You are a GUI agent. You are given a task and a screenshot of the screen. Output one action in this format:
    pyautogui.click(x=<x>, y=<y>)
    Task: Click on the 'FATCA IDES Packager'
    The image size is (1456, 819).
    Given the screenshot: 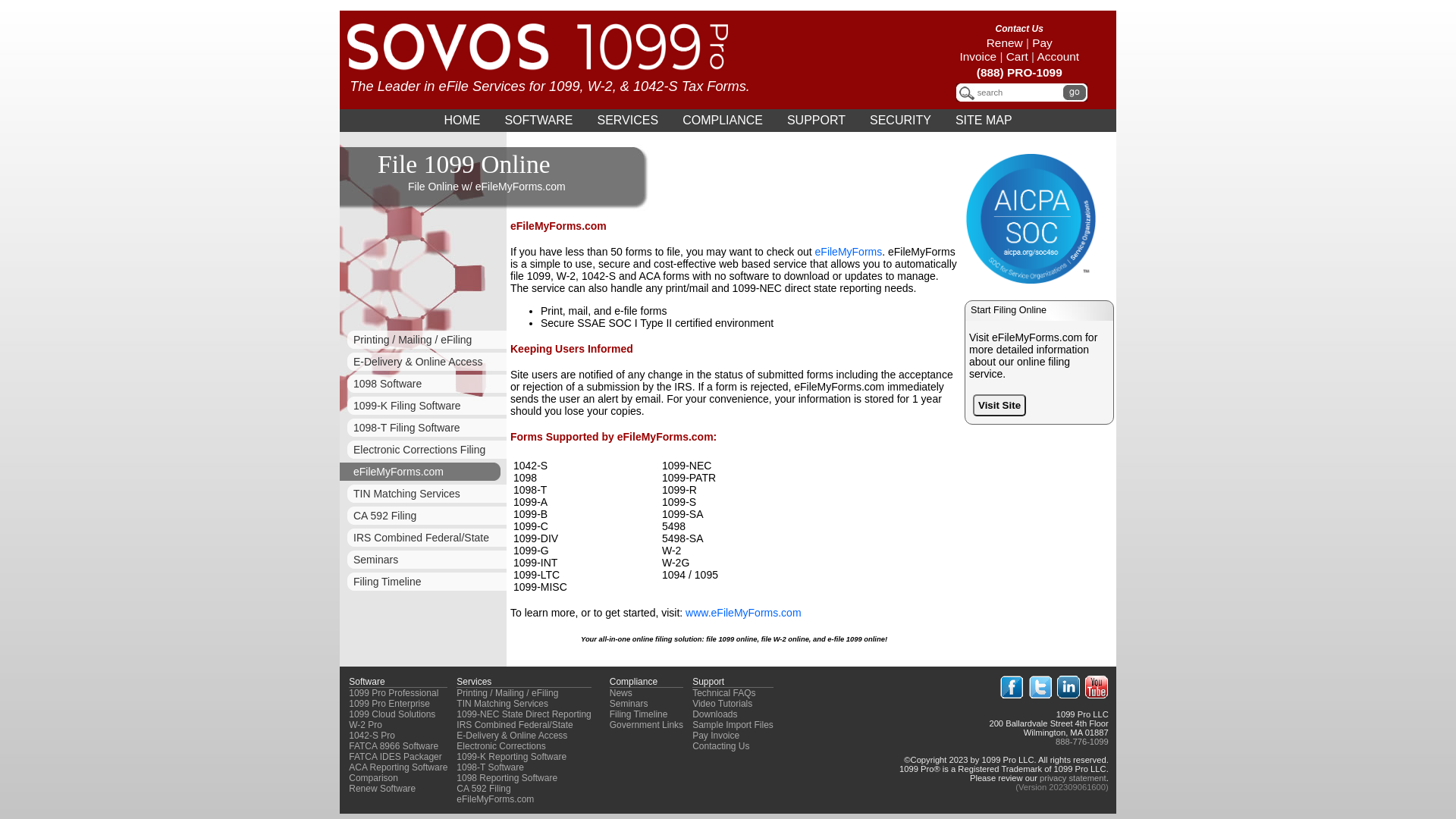 What is the action you would take?
    pyautogui.click(x=395, y=757)
    